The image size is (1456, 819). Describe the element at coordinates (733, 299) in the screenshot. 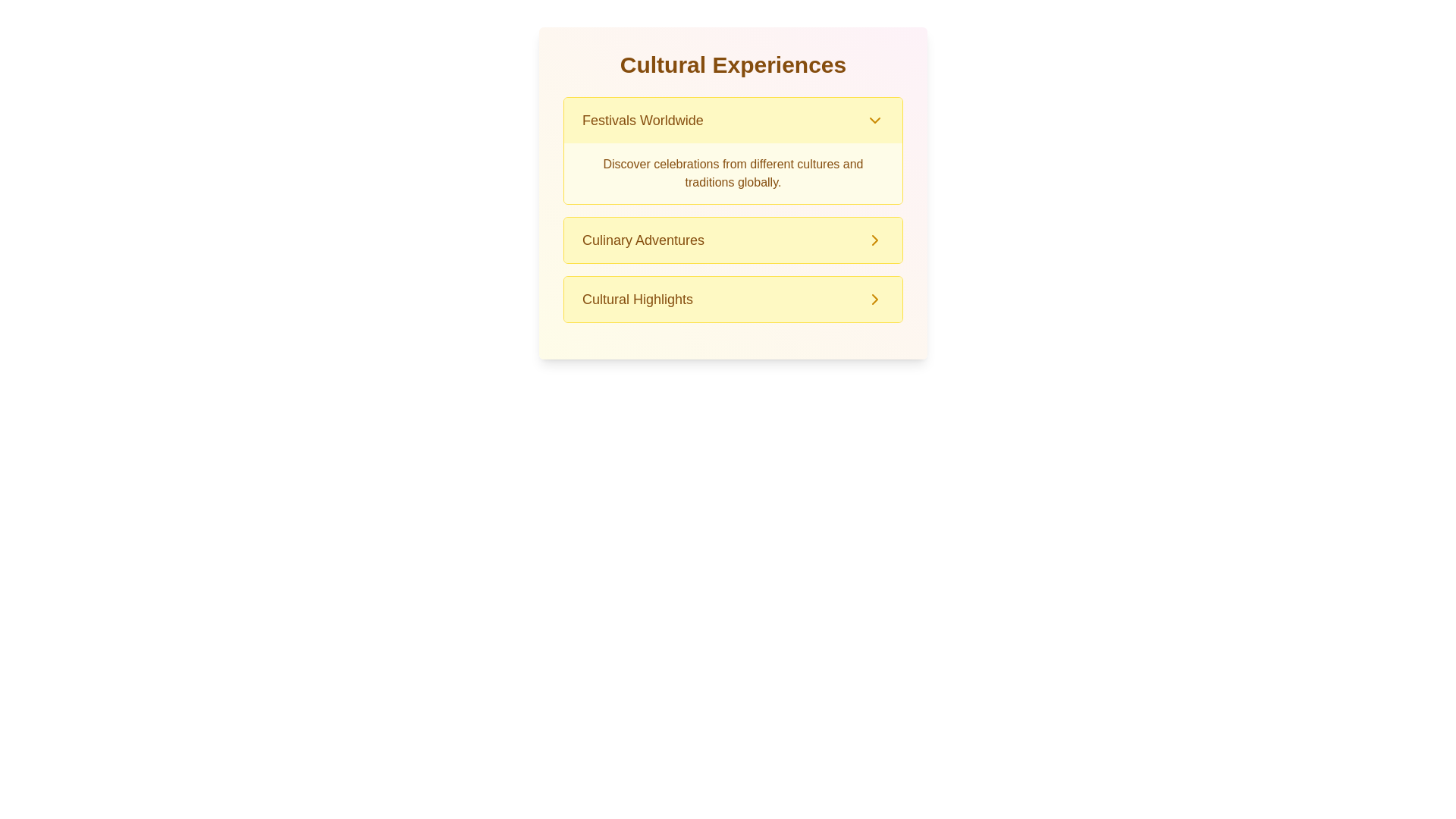

I see `the third interactive navigation item in the 'Cultural Experiences' section` at that location.